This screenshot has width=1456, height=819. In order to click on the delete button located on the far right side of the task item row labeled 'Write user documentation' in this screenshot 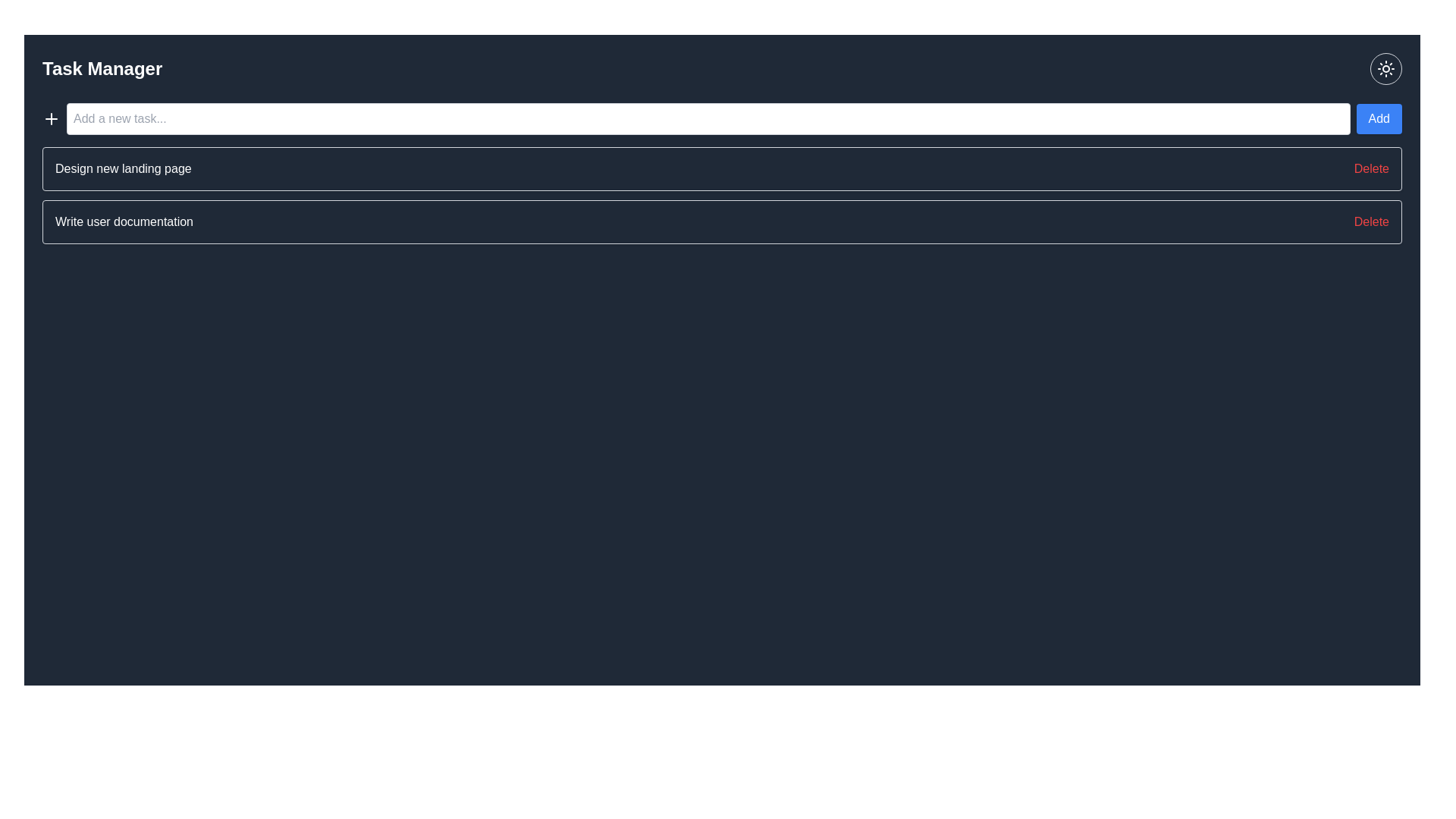, I will do `click(1371, 222)`.